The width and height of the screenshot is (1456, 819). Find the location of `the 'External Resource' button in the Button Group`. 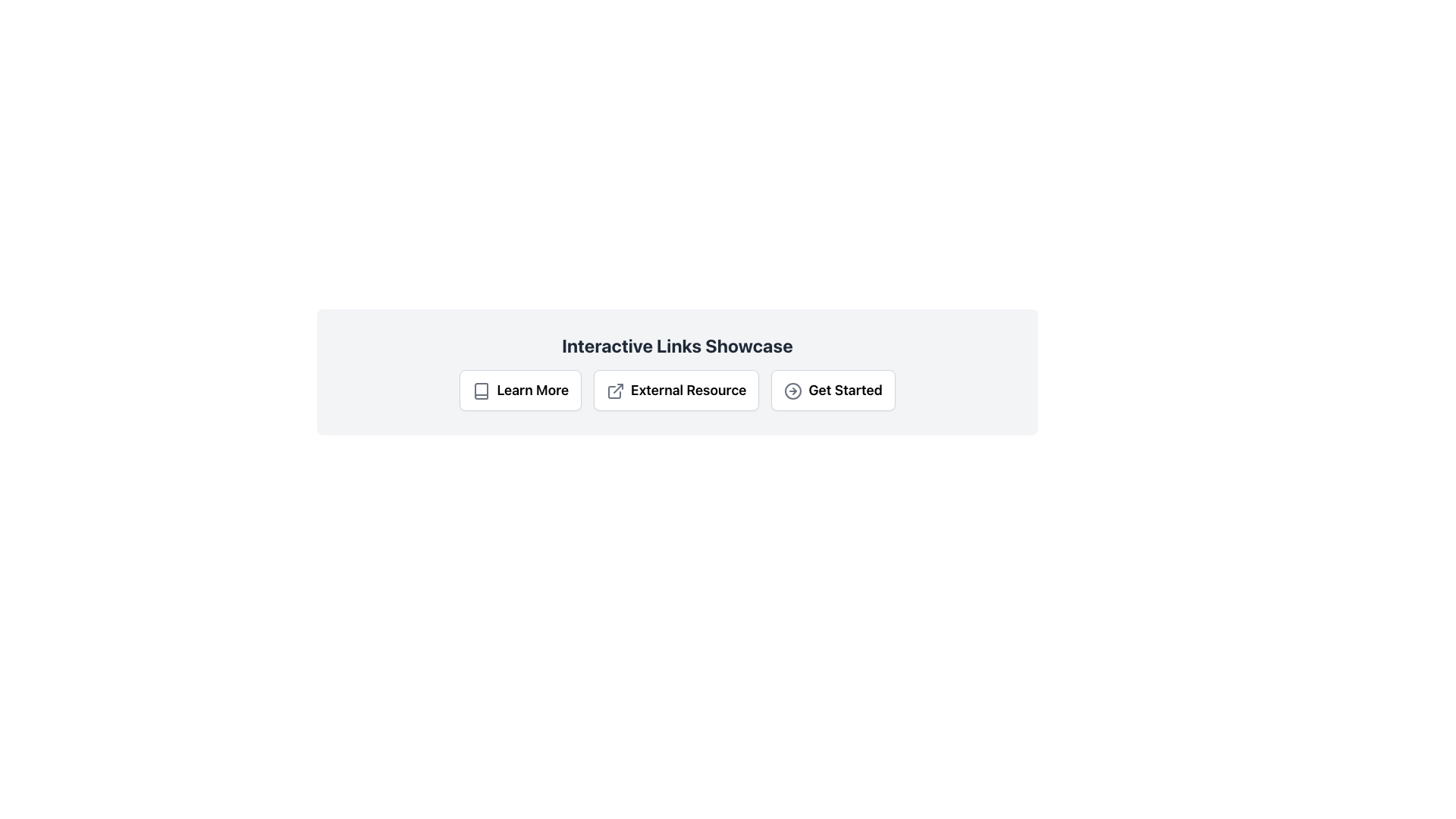

the 'External Resource' button in the Button Group is located at coordinates (676, 390).